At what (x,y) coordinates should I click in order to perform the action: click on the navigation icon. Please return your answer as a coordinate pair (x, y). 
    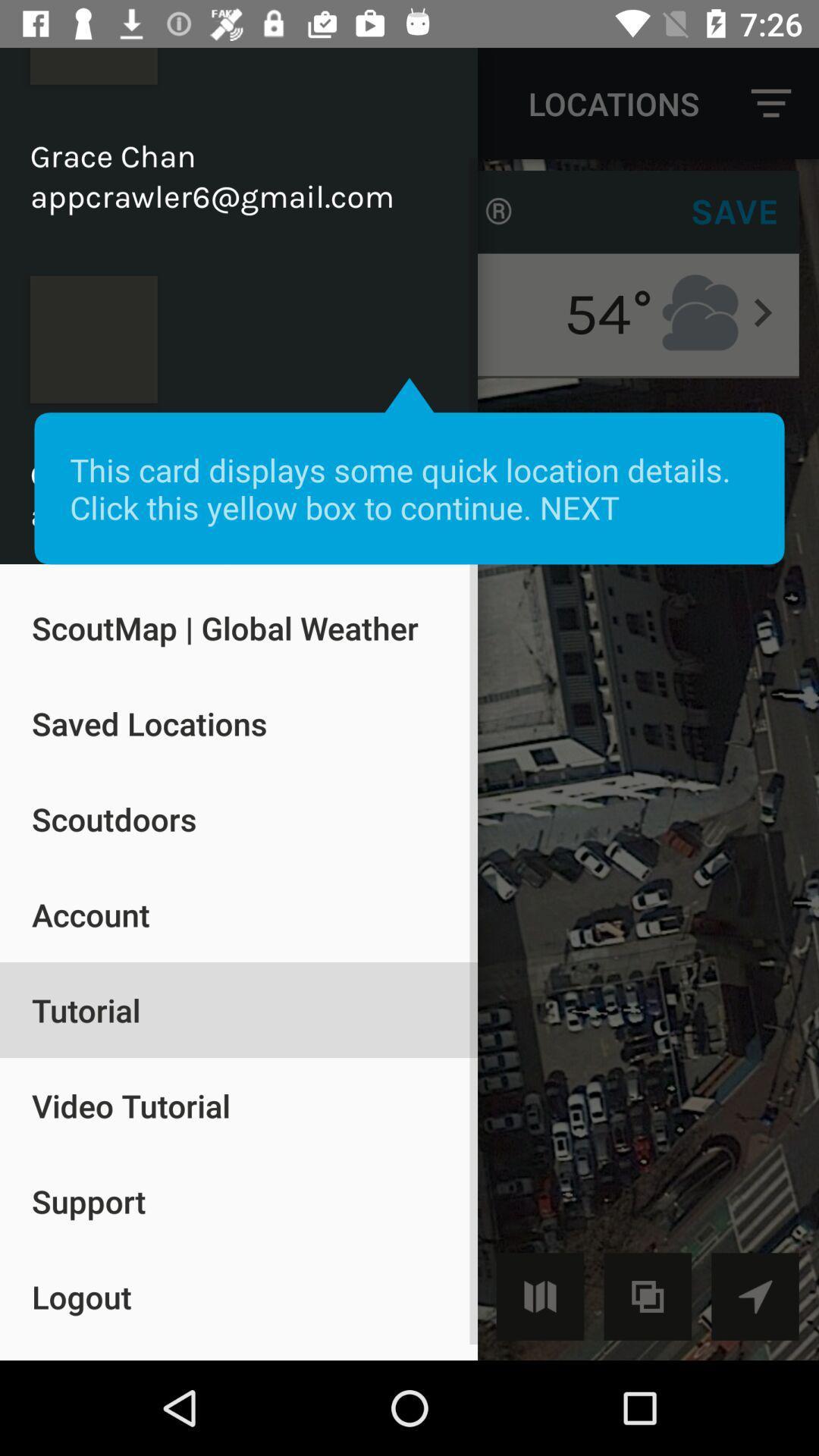
    Looking at the image, I should click on (755, 1295).